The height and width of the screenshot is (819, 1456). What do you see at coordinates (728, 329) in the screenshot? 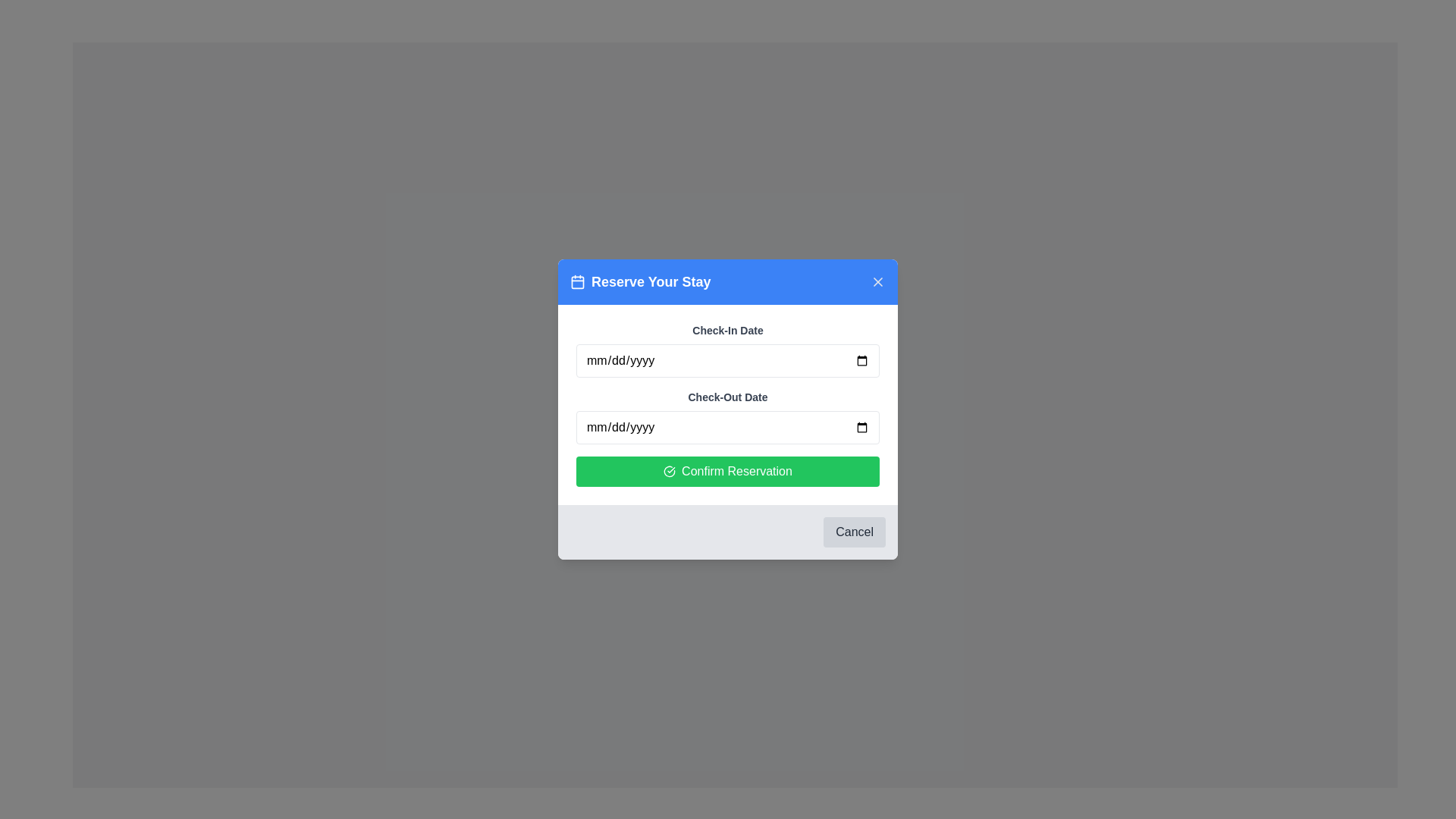
I see `the 'Check-In Date' text label, which is a bold, gray-colored label aligned at the top of the date input box in the 'Reserve Your Stay' modal` at bounding box center [728, 329].